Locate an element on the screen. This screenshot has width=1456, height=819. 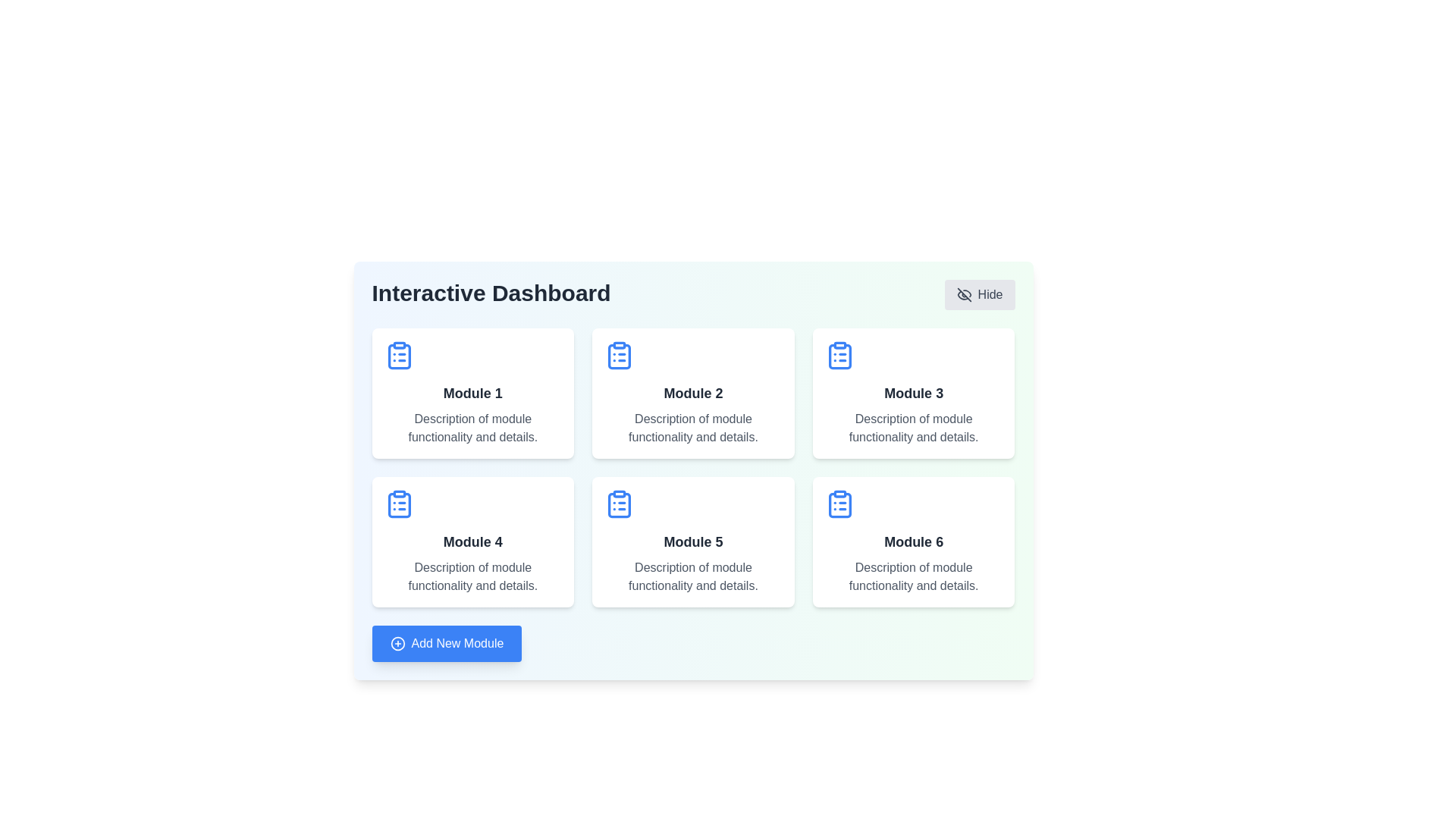
descriptive static text located in the lower part of the 'Module 4' card, which is the fourth card in the grid layout is located at coordinates (472, 576).